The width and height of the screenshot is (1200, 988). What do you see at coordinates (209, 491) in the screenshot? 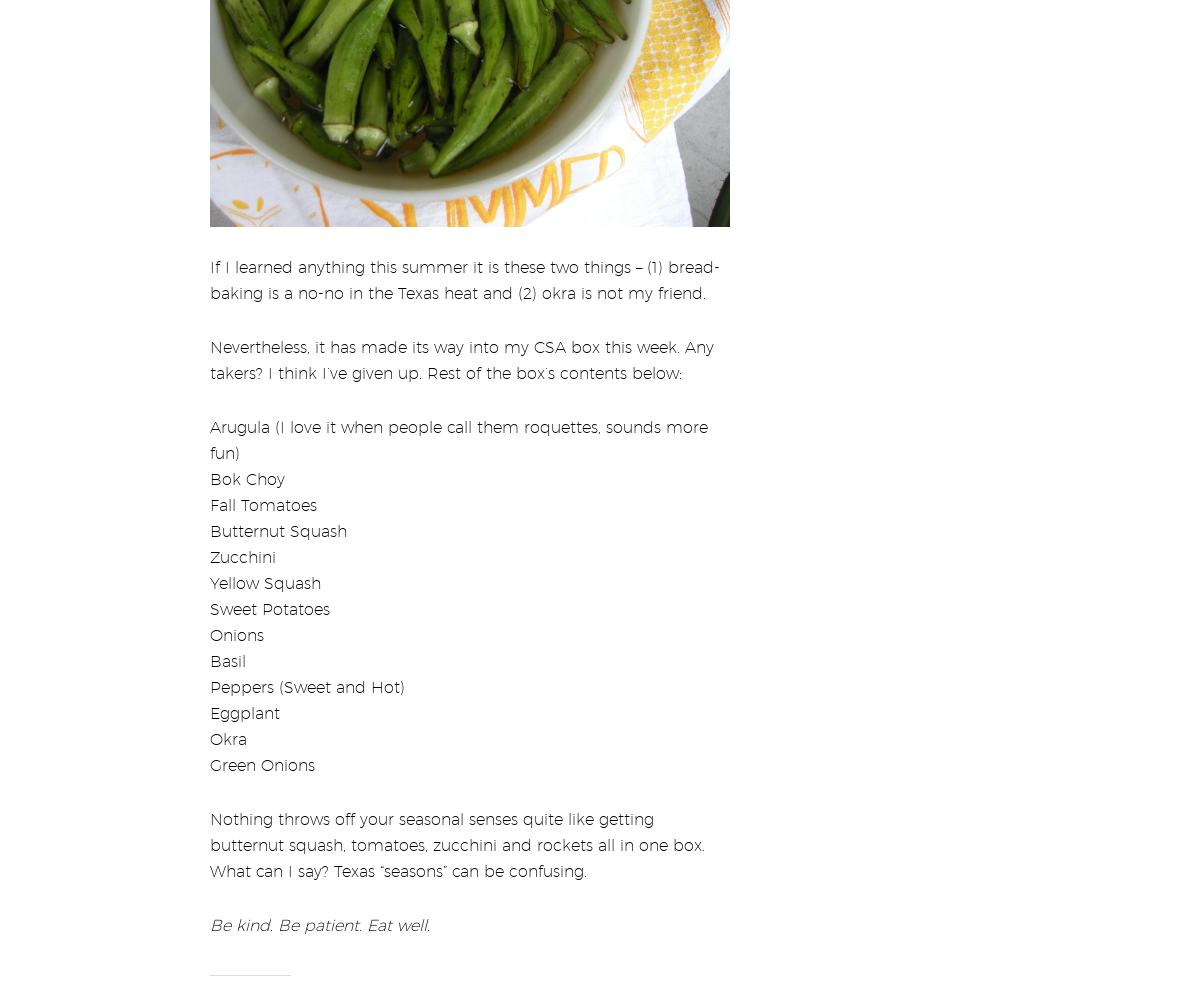
I see `'Fall Tomatoes'` at bounding box center [209, 491].